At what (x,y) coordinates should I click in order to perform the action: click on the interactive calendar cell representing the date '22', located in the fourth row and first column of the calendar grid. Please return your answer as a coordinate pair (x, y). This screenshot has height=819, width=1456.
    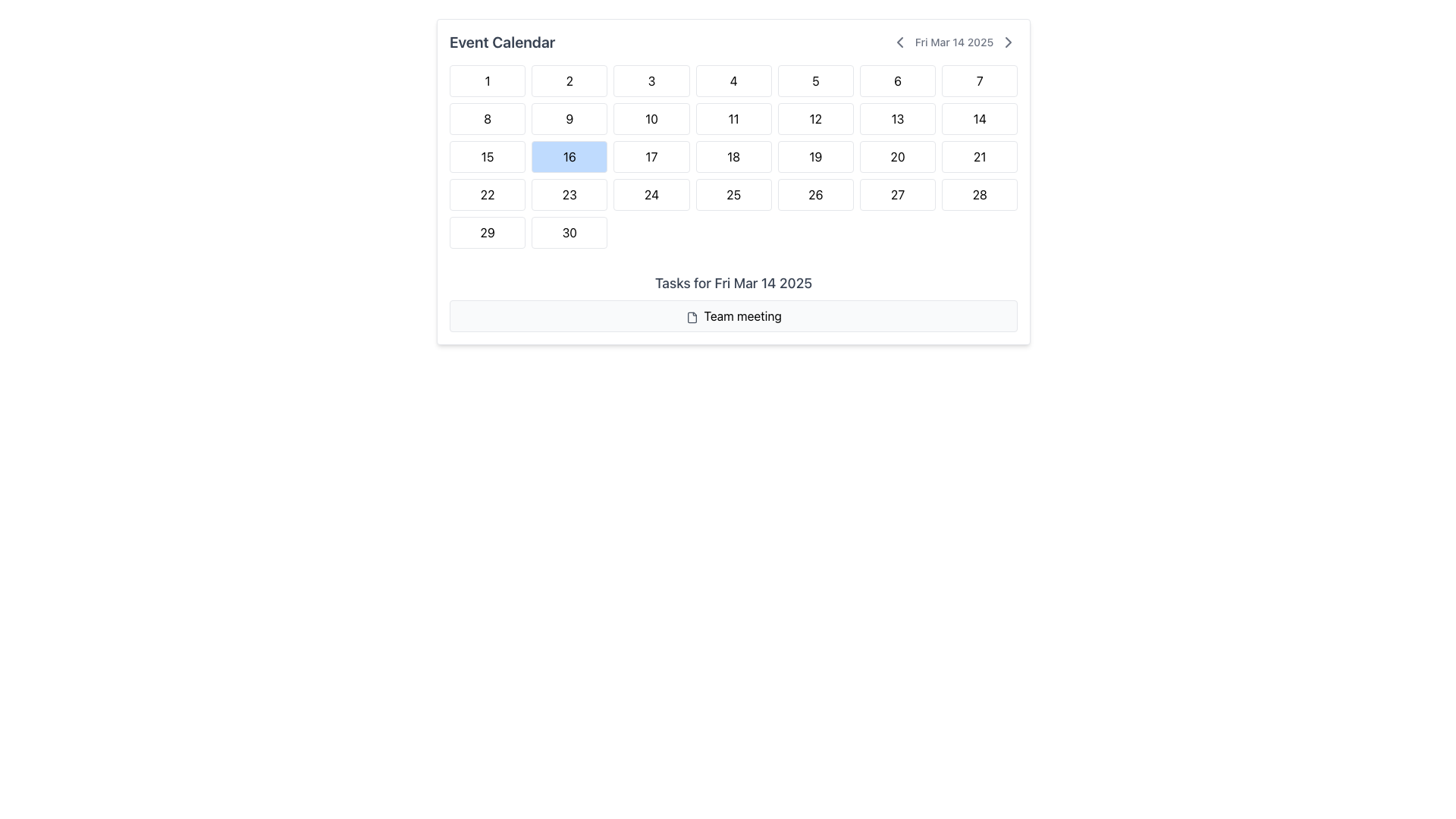
    Looking at the image, I should click on (488, 194).